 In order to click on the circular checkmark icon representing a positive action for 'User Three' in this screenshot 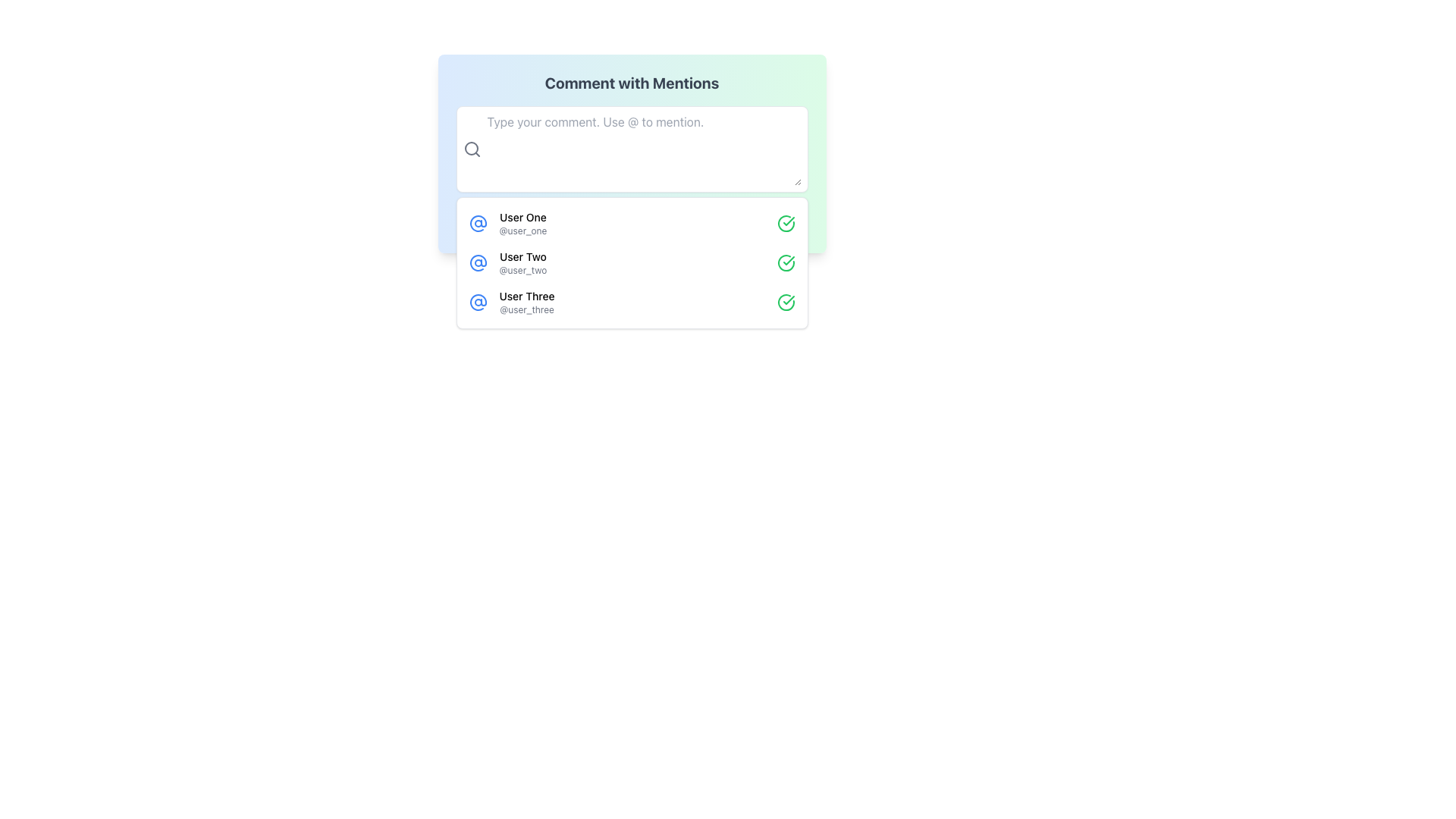, I will do `click(786, 302)`.